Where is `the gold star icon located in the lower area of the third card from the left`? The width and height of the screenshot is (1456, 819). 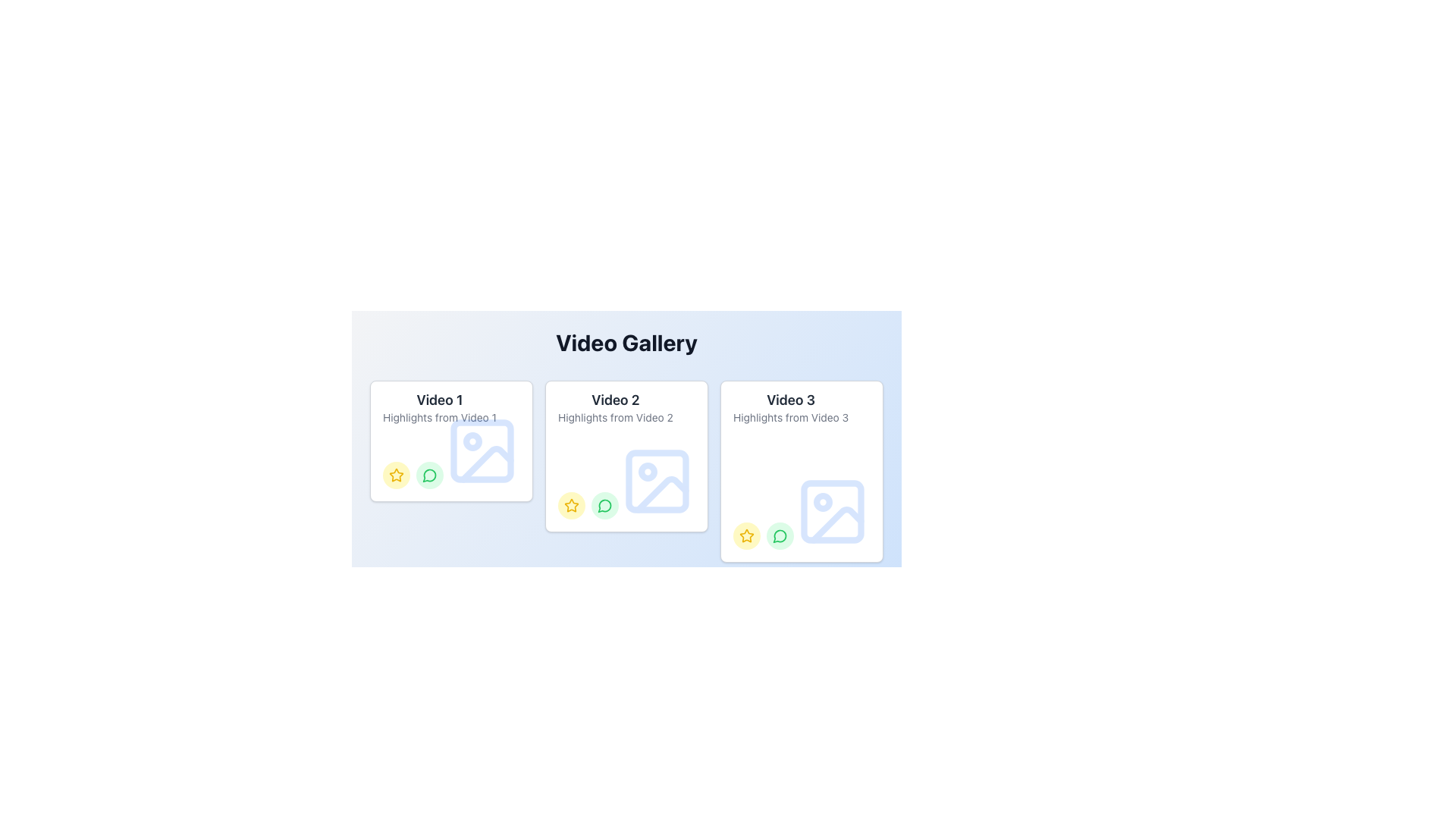
the gold star icon located in the lower area of the third card from the left is located at coordinates (746, 535).